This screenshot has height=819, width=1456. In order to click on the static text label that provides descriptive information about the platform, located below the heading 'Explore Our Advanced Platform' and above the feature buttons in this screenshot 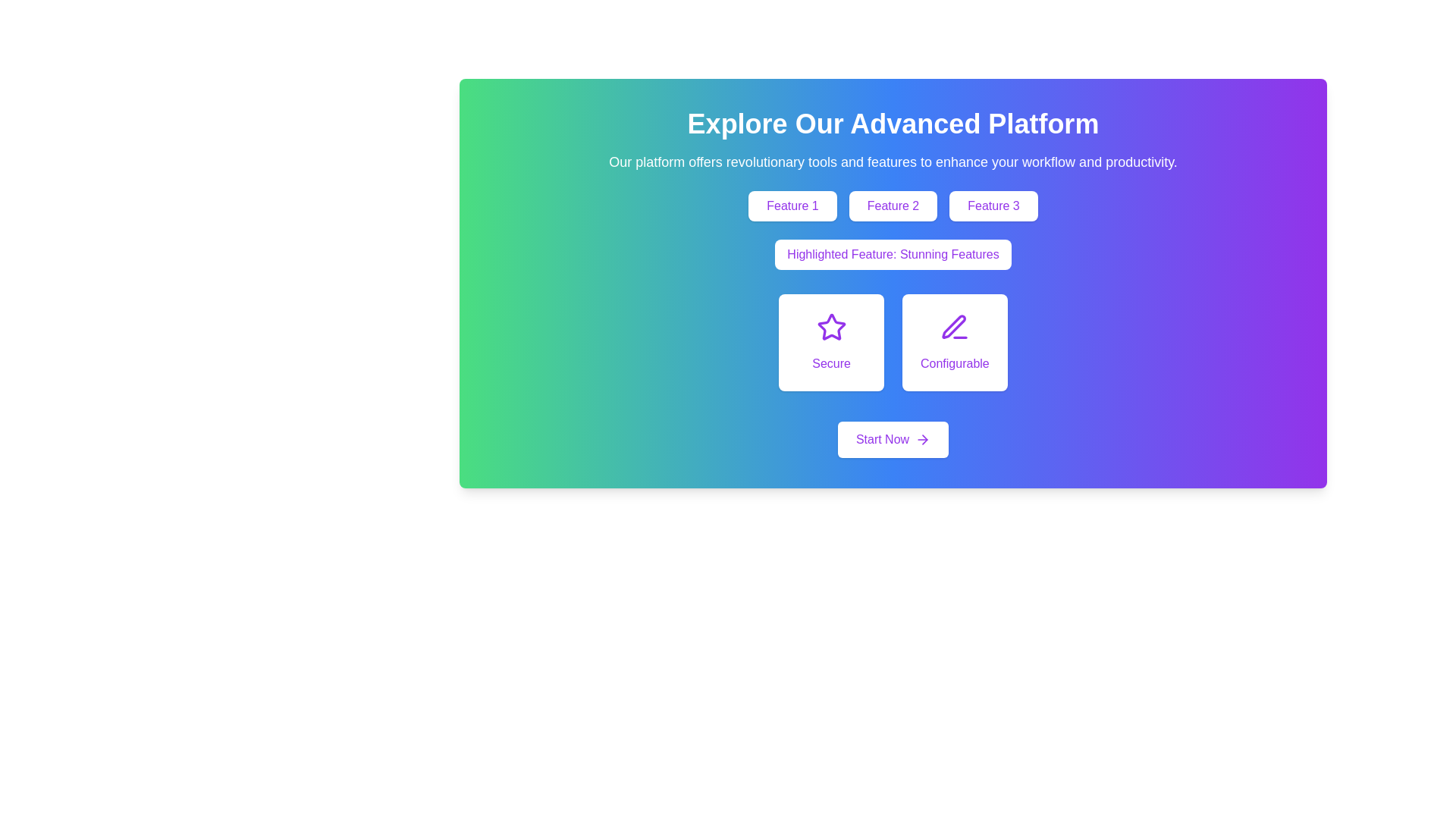, I will do `click(893, 162)`.